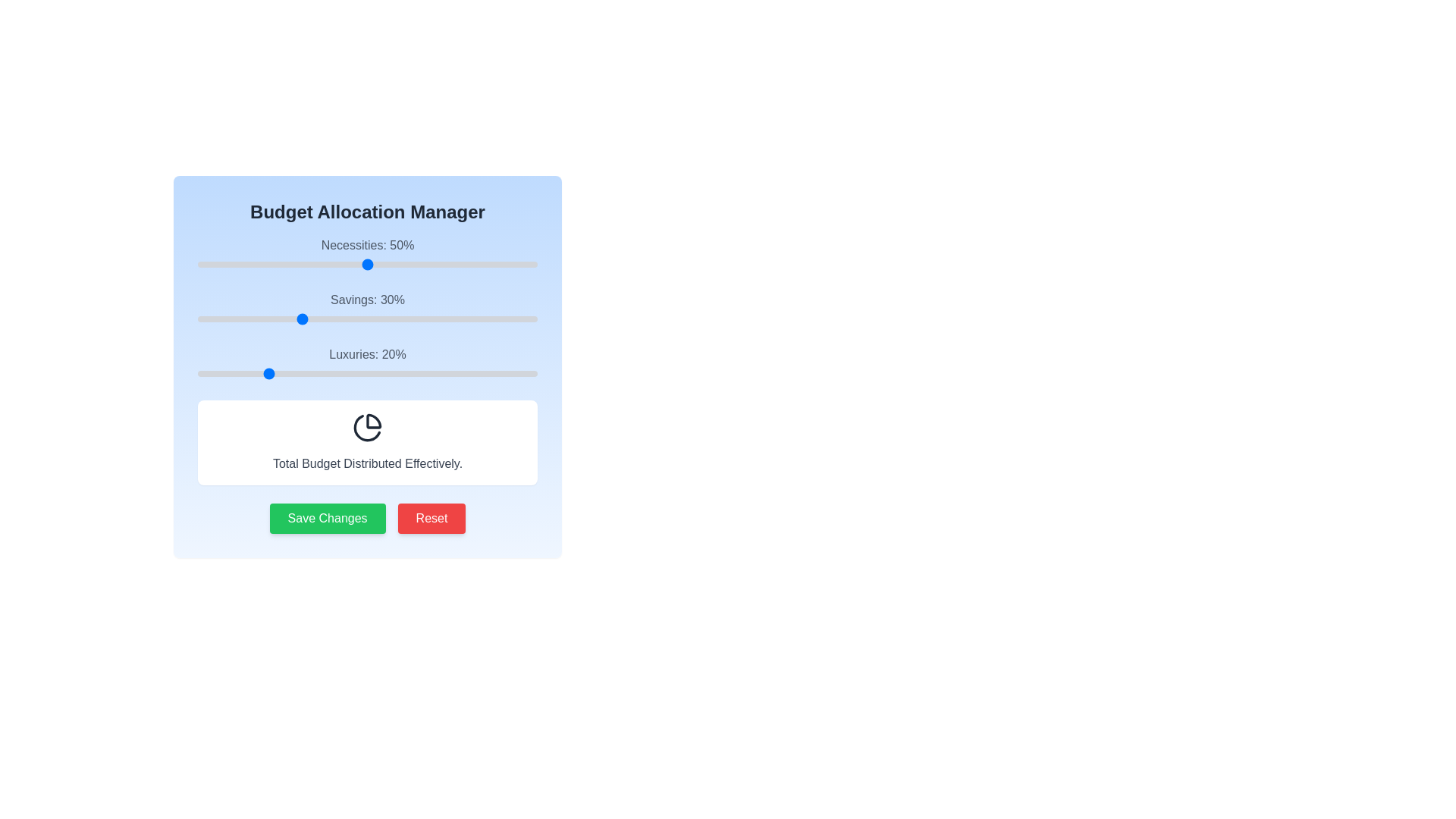  What do you see at coordinates (455, 374) in the screenshot?
I see `luxuries percentage` at bounding box center [455, 374].